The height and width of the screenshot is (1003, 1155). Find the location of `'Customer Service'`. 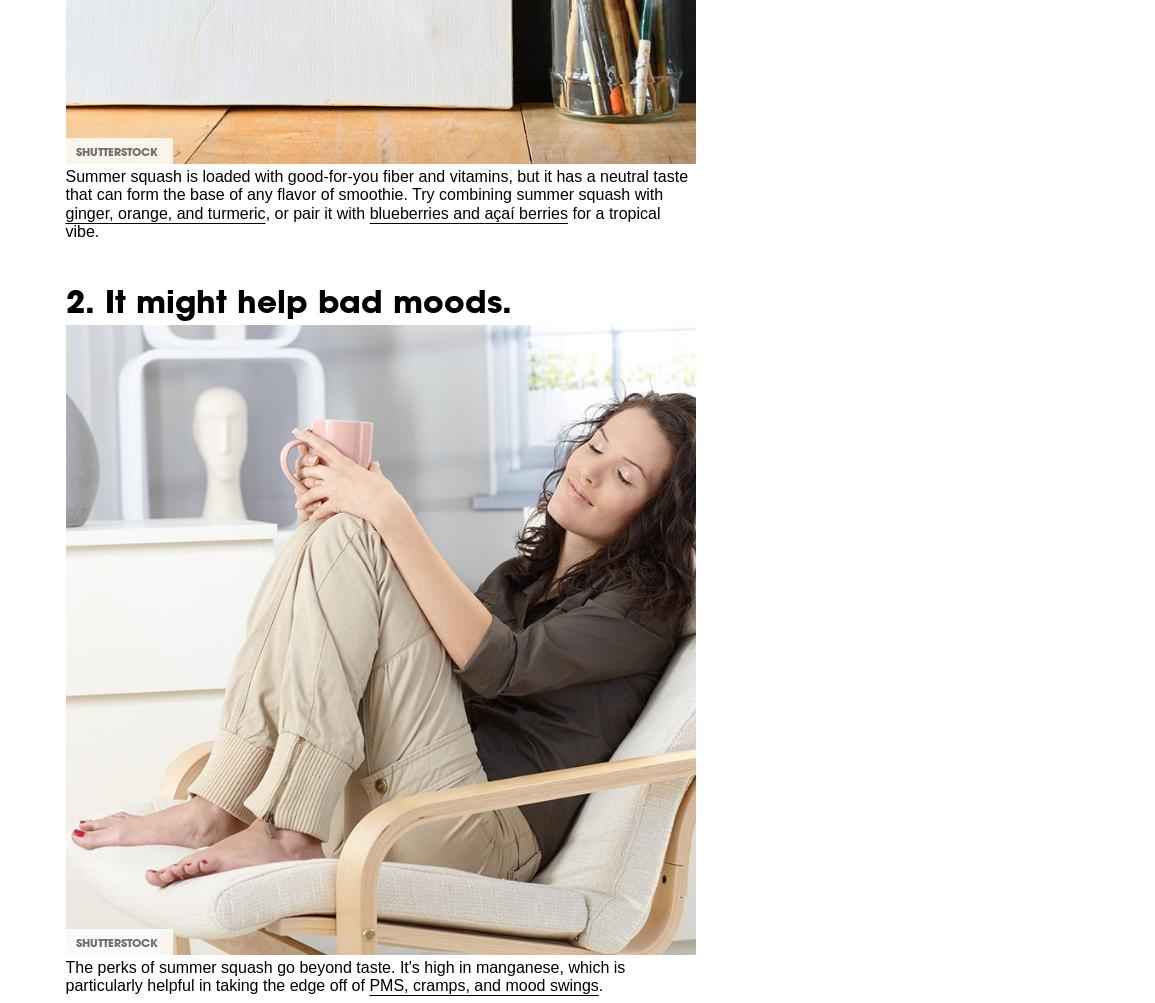

'Customer Service' is located at coordinates (308, 85).